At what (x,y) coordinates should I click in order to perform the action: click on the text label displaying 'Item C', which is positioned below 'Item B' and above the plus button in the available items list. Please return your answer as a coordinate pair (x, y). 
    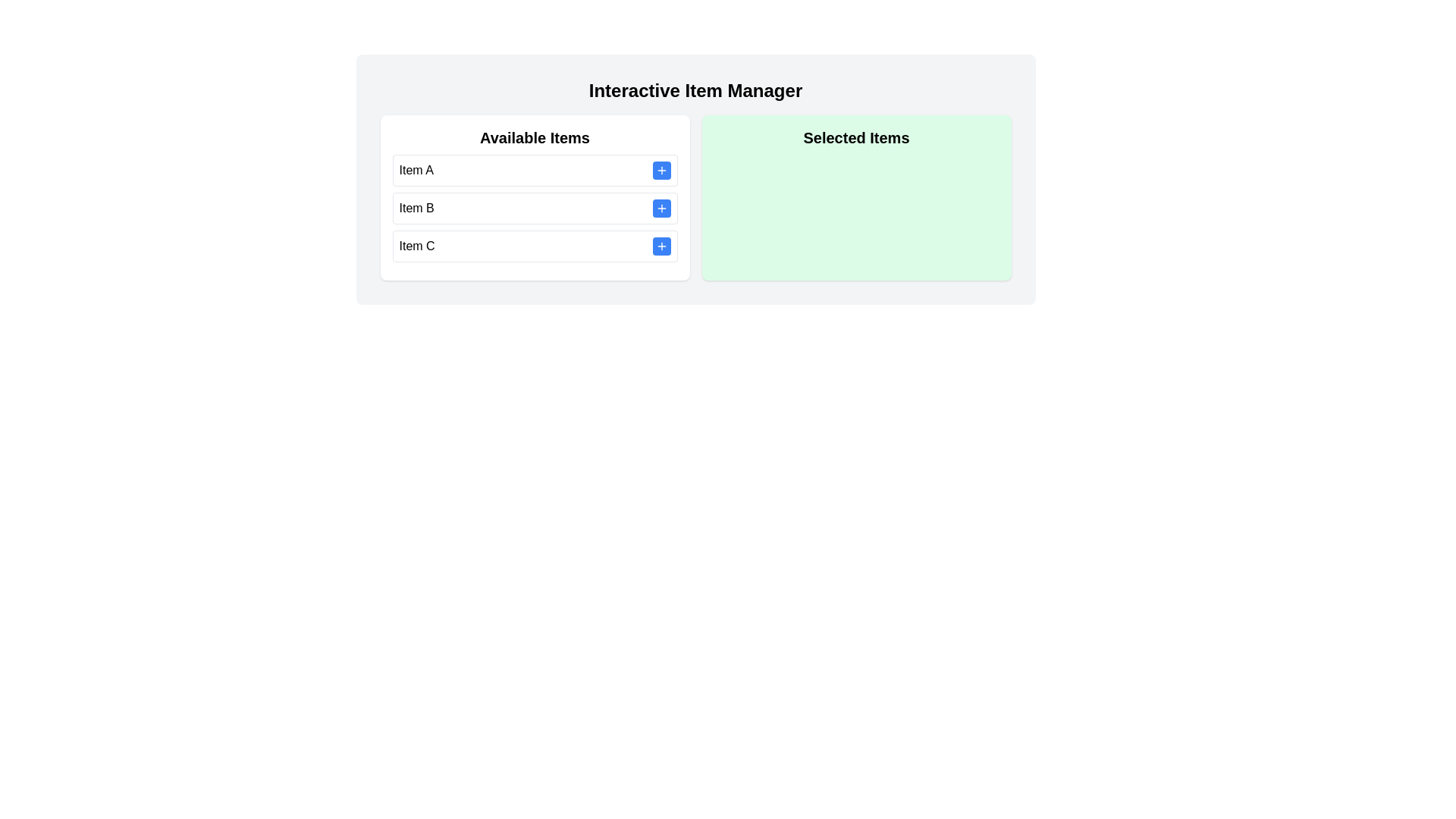
    Looking at the image, I should click on (417, 245).